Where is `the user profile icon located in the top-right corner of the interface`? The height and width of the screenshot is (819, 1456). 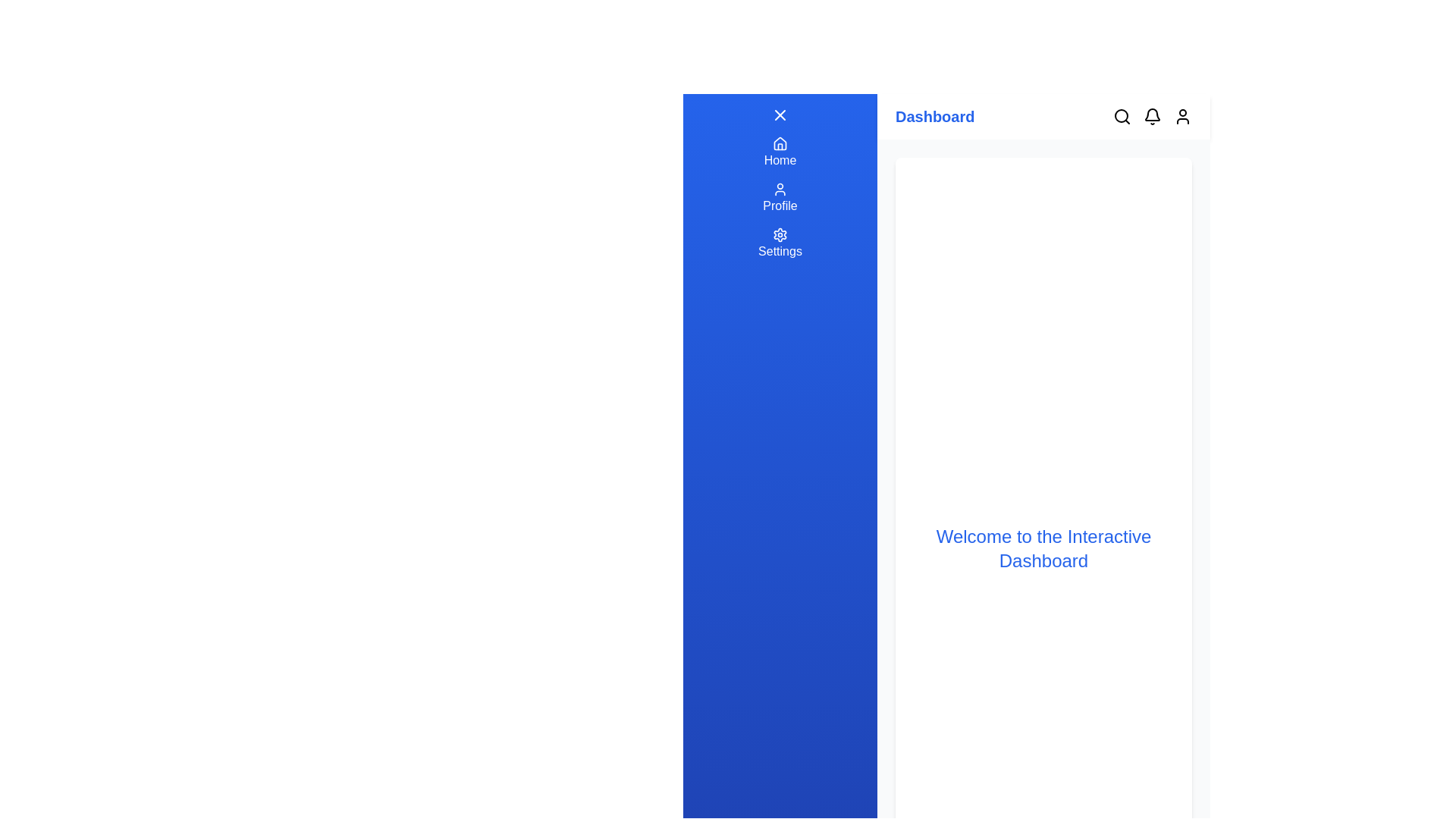
the user profile icon located in the top-right corner of the interface is located at coordinates (1182, 116).